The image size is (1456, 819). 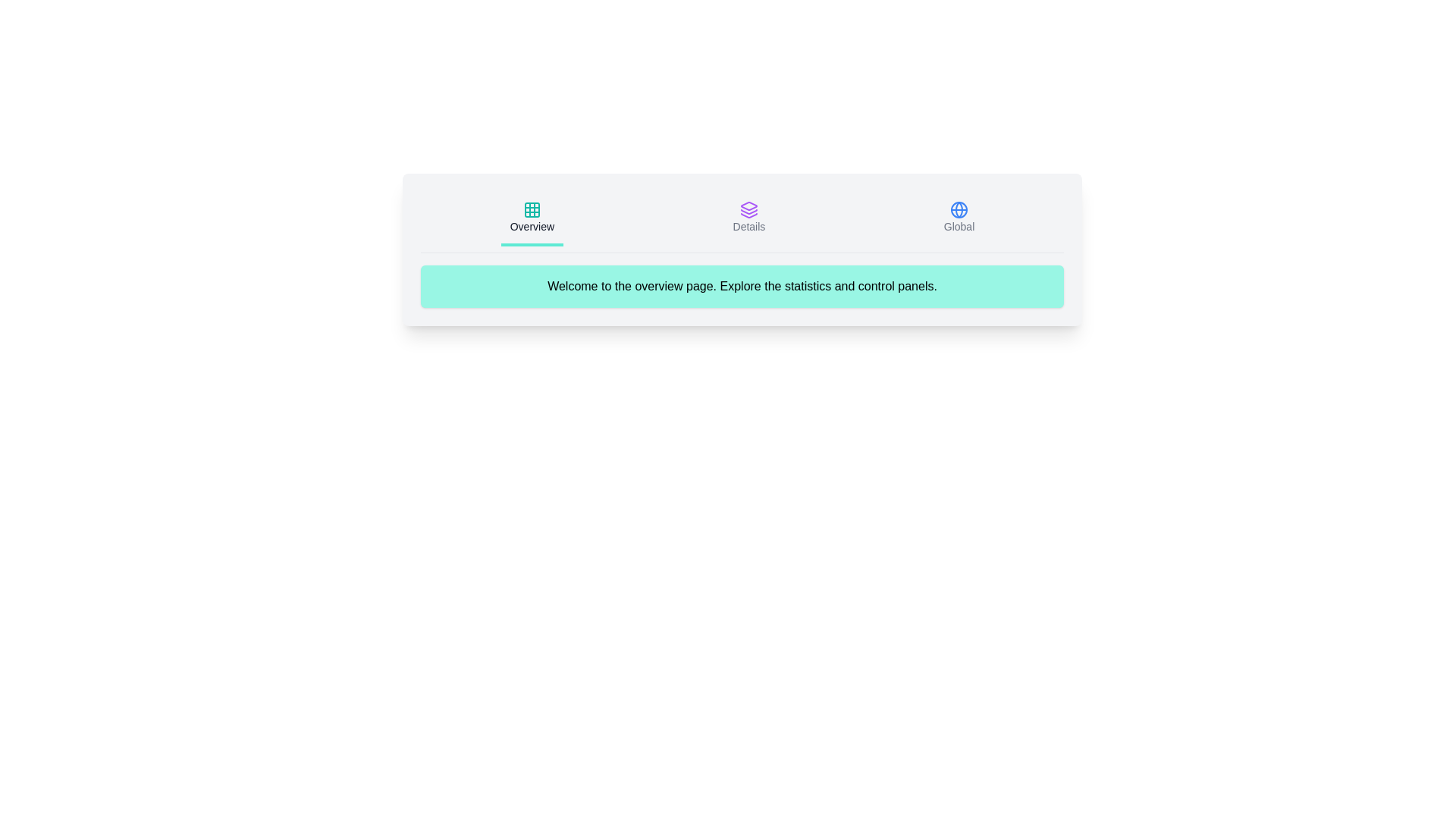 What do you see at coordinates (959, 219) in the screenshot?
I see `the tab labeled Global to switch to the corresponding tab` at bounding box center [959, 219].